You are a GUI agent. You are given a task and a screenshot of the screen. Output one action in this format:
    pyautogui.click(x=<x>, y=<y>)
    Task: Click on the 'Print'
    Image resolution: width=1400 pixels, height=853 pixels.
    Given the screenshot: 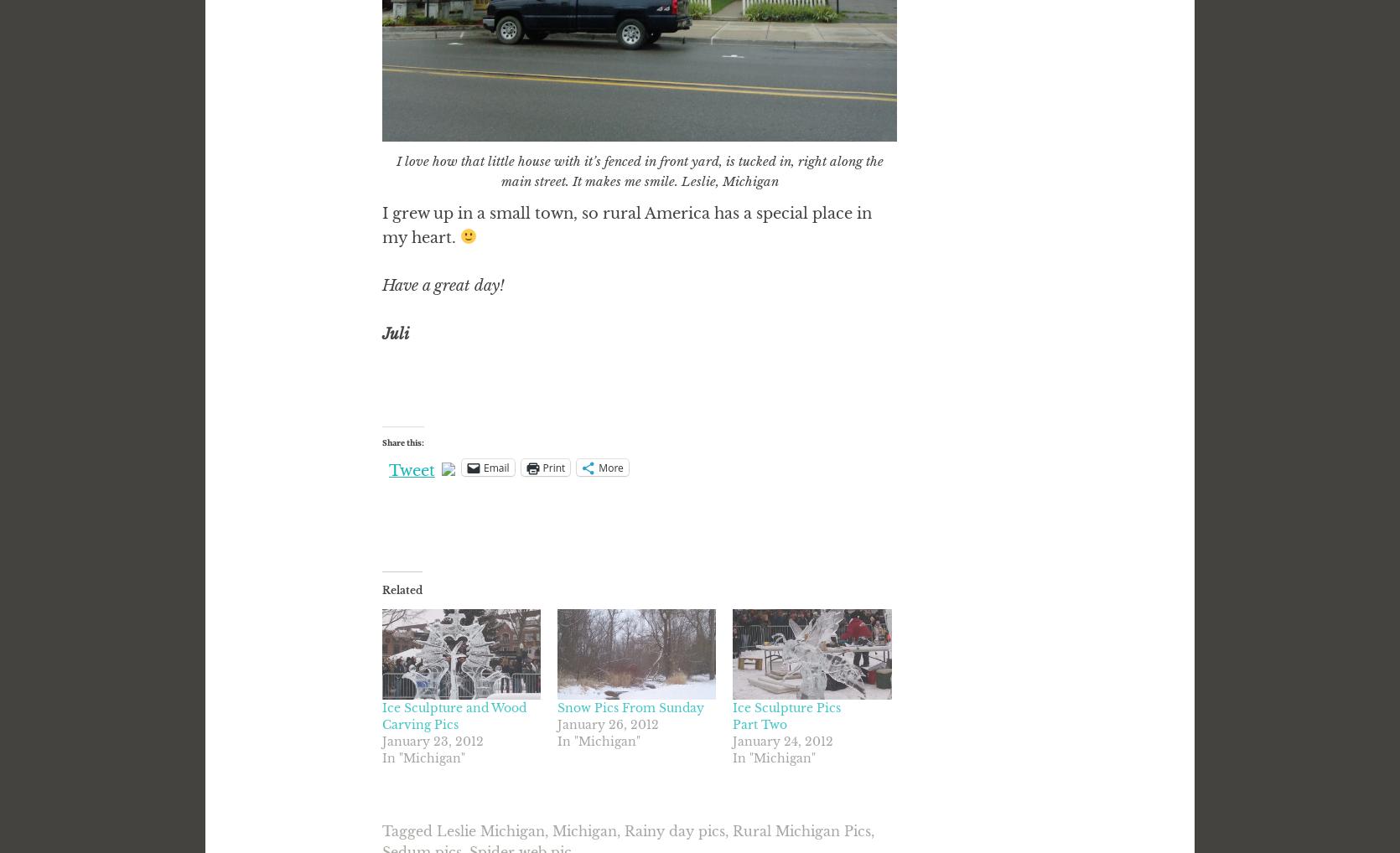 What is the action you would take?
    pyautogui.click(x=552, y=466)
    